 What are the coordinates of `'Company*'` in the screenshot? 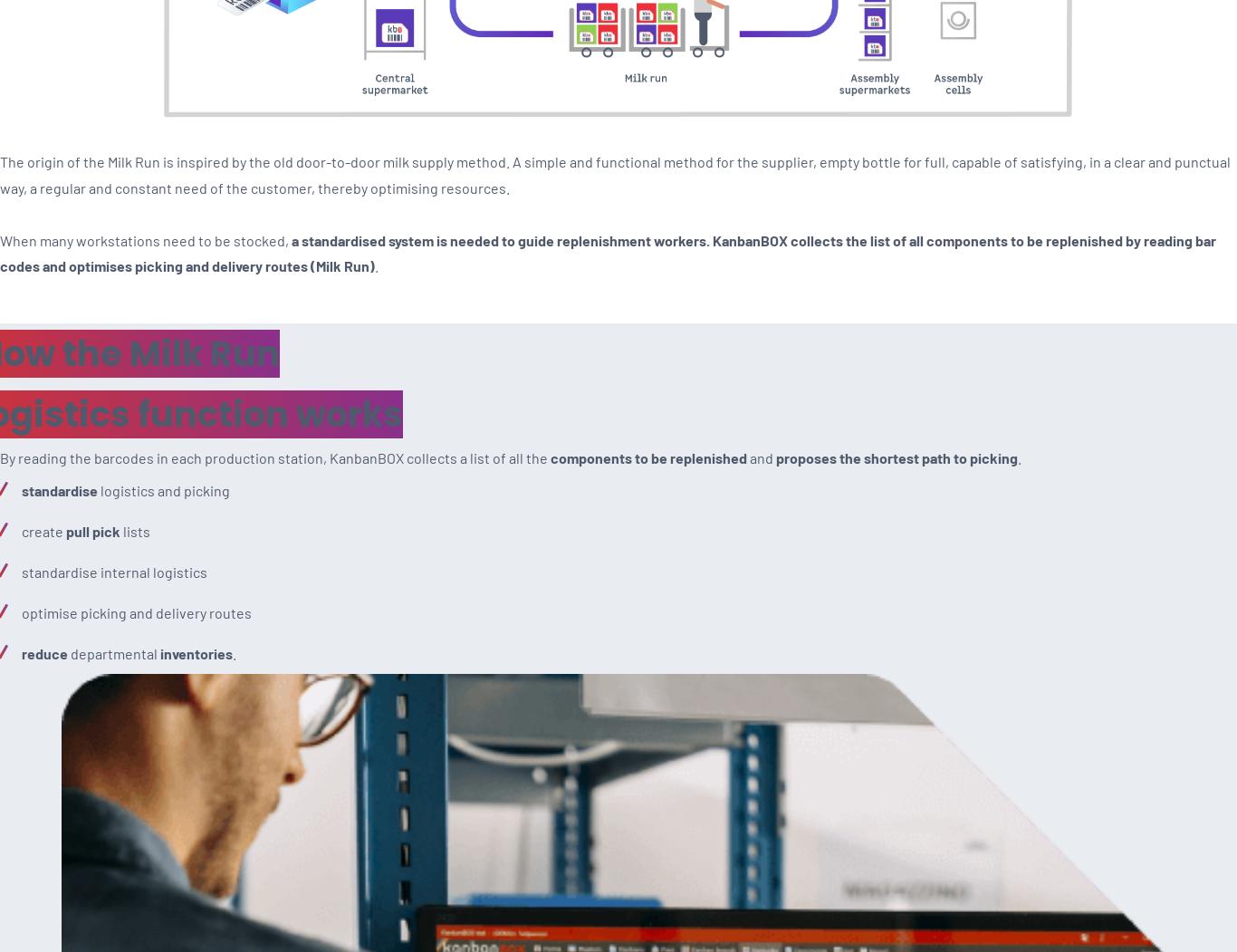 It's located at (39, 397).